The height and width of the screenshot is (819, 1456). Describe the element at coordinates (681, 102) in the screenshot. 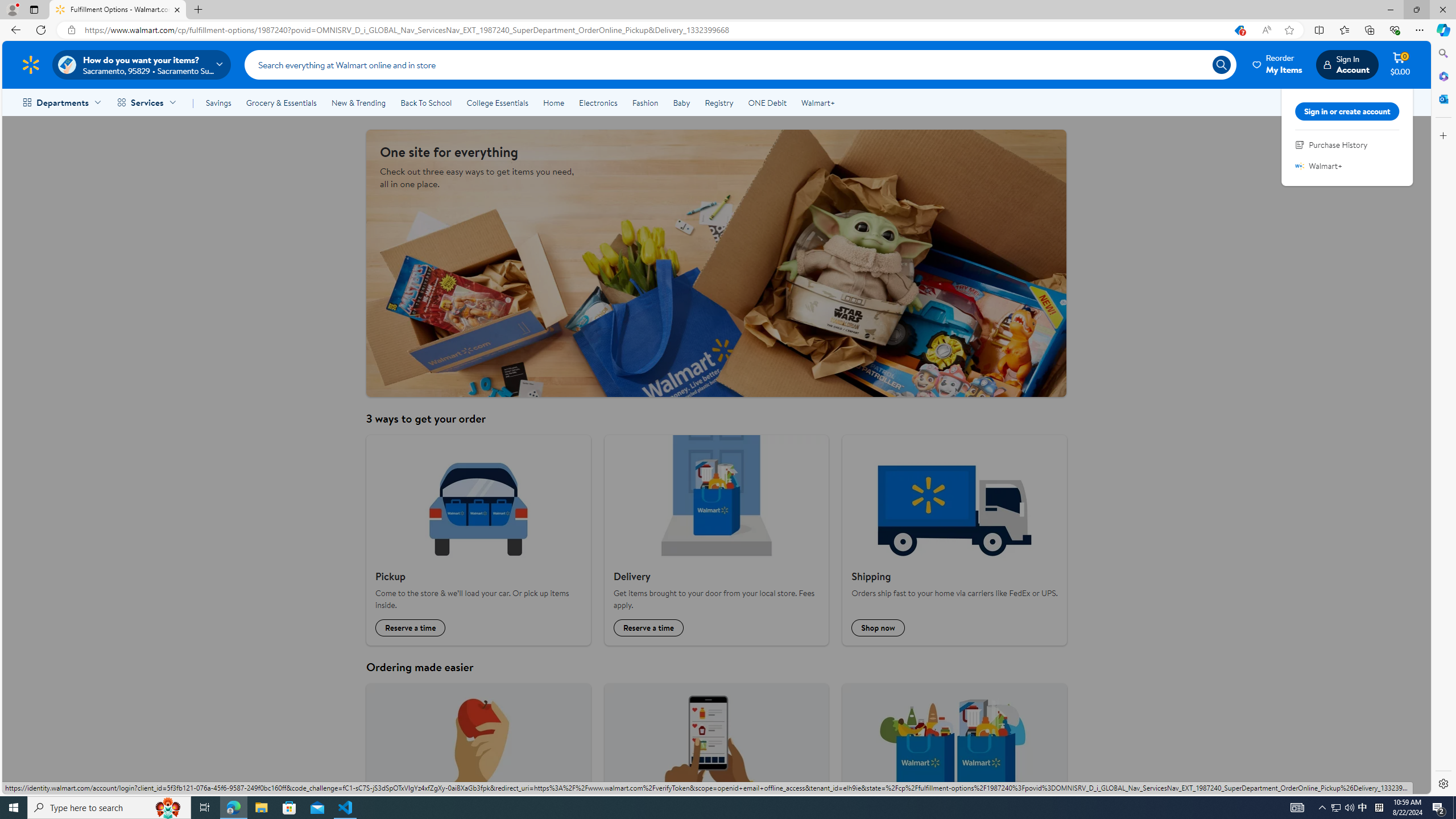

I see `'Baby'` at that location.